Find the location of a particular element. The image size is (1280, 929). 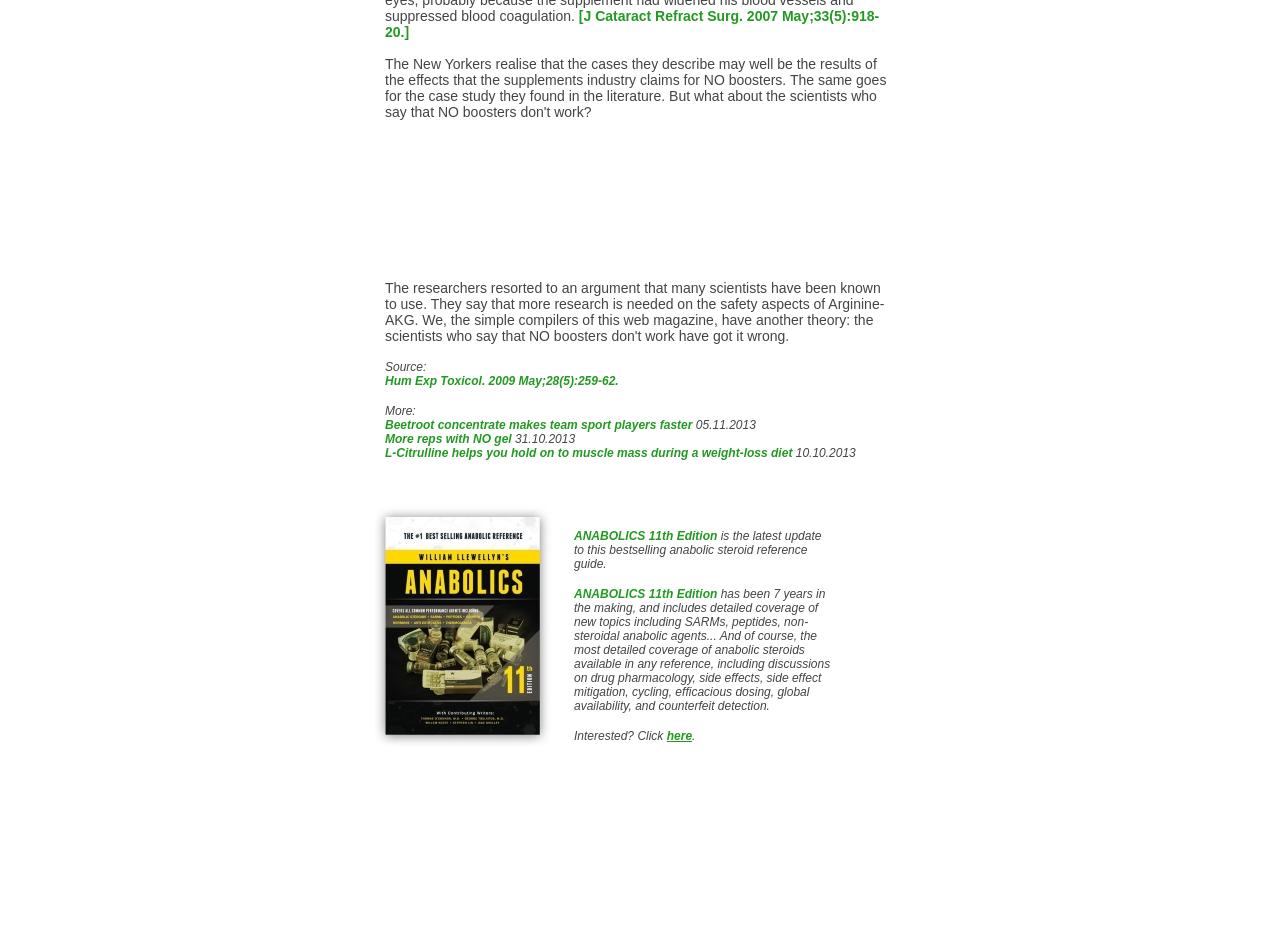

'05.11.2013' is located at coordinates (691, 424).